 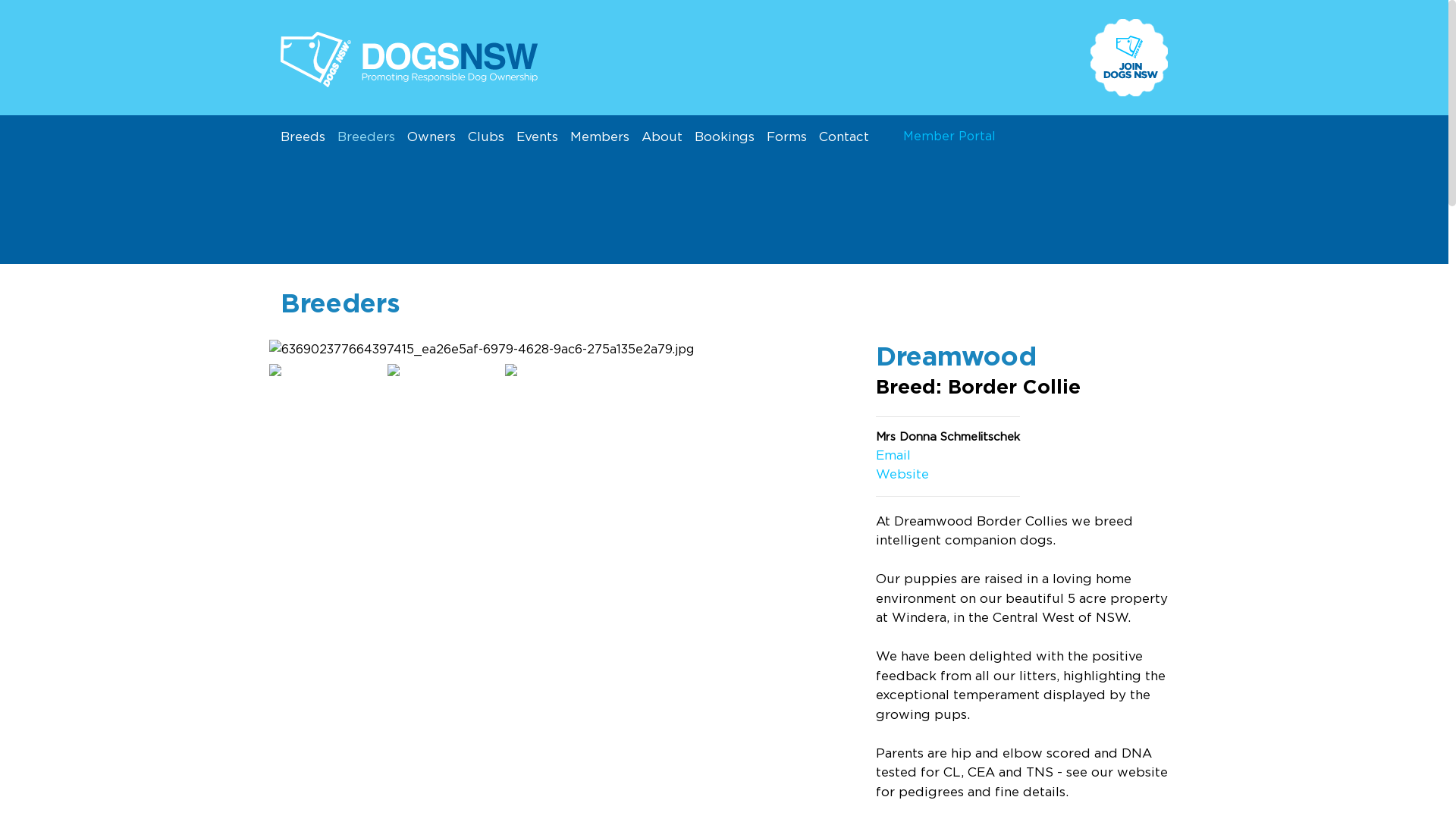 I want to click on 'Owners', so click(x=407, y=137).